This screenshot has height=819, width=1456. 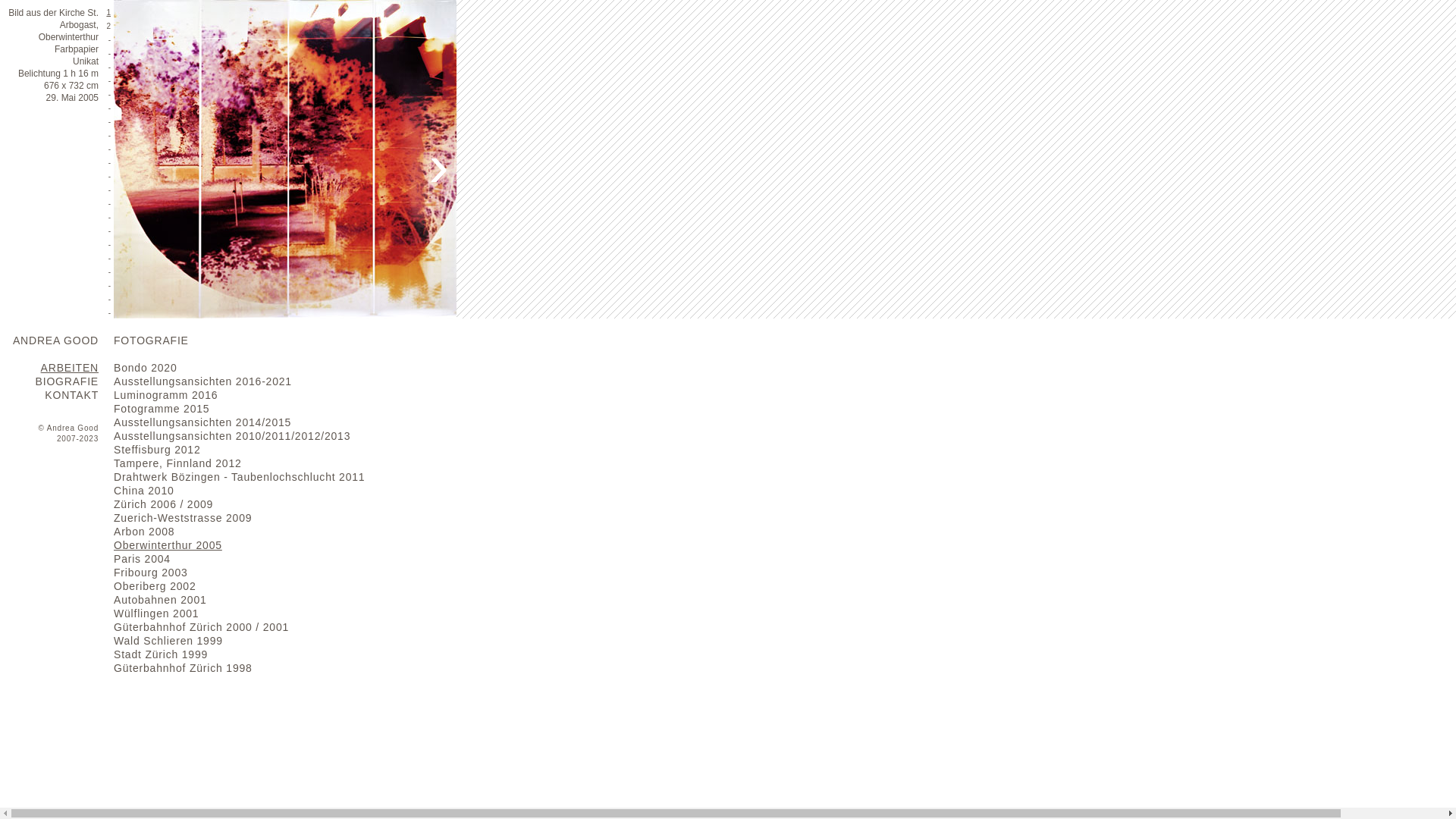 What do you see at coordinates (150, 573) in the screenshot?
I see `'Fribourg 2003'` at bounding box center [150, 573].